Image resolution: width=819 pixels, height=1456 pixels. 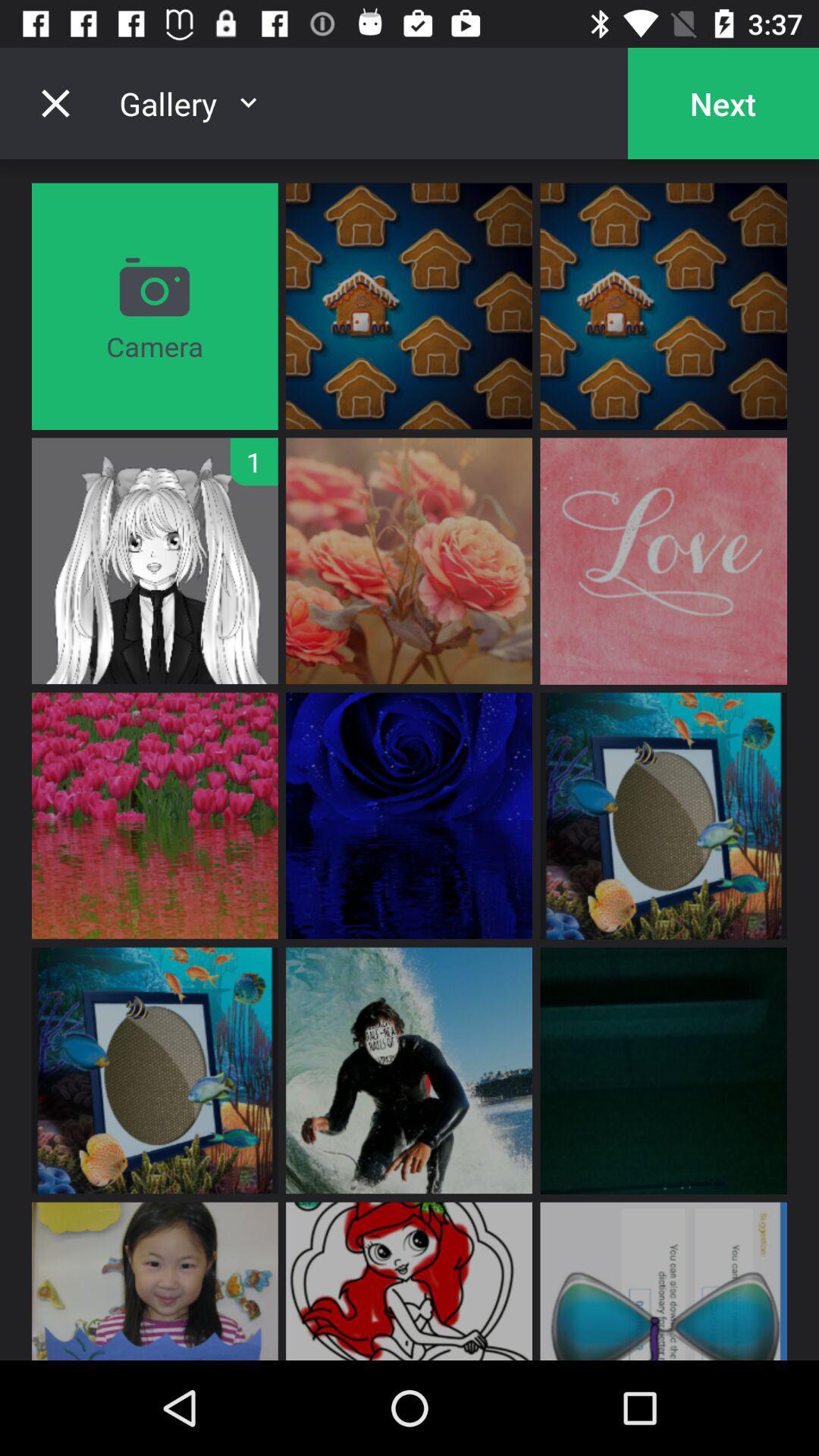 I want to click on item to the left of gallery item, so click(x=55, y=102).